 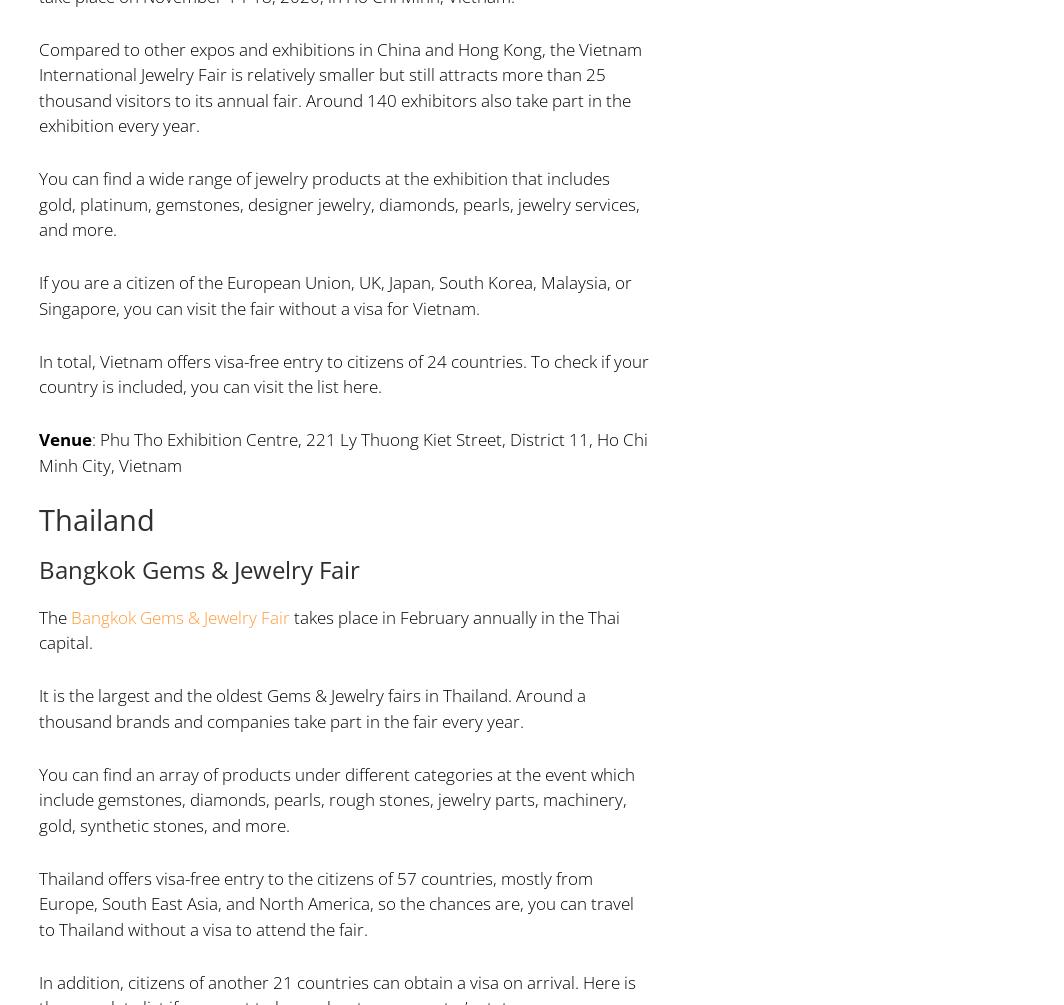 I want to click on 'You can find an array of products under different categories at the event which include gemstones, diamonds, pearls, rough stones, jewelry parts, machinery, gold, synthetic stones, and more.', so click(x=336, y=798).